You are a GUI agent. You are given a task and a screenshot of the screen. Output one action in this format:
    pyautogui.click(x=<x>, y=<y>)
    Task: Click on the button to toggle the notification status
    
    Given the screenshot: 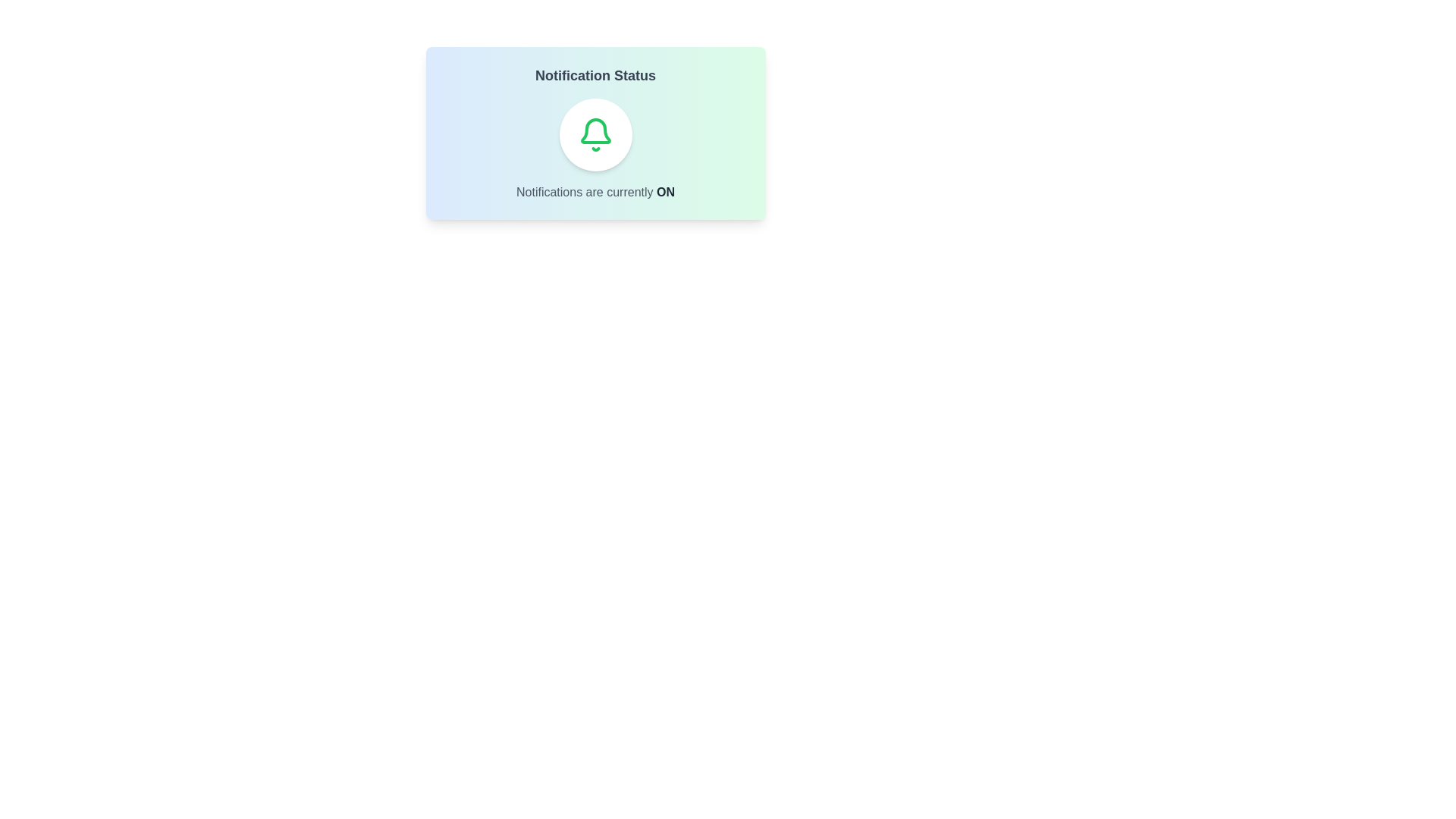 What is the action you would take?
    pyautogui.click(x=595, y=133)
    